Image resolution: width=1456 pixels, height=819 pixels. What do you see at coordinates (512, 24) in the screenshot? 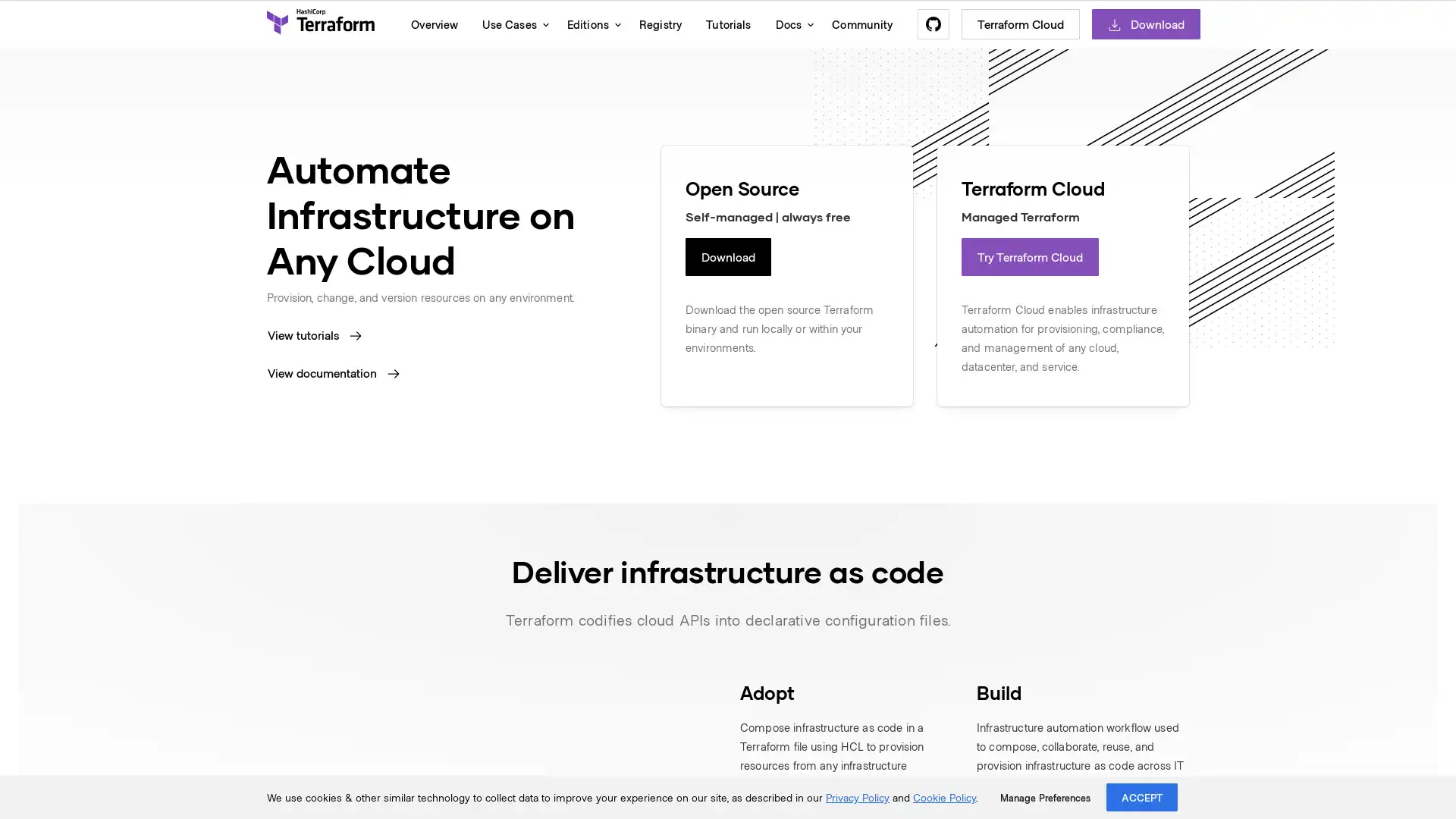
I see `Use Cases` at bounding box center [512, 24].